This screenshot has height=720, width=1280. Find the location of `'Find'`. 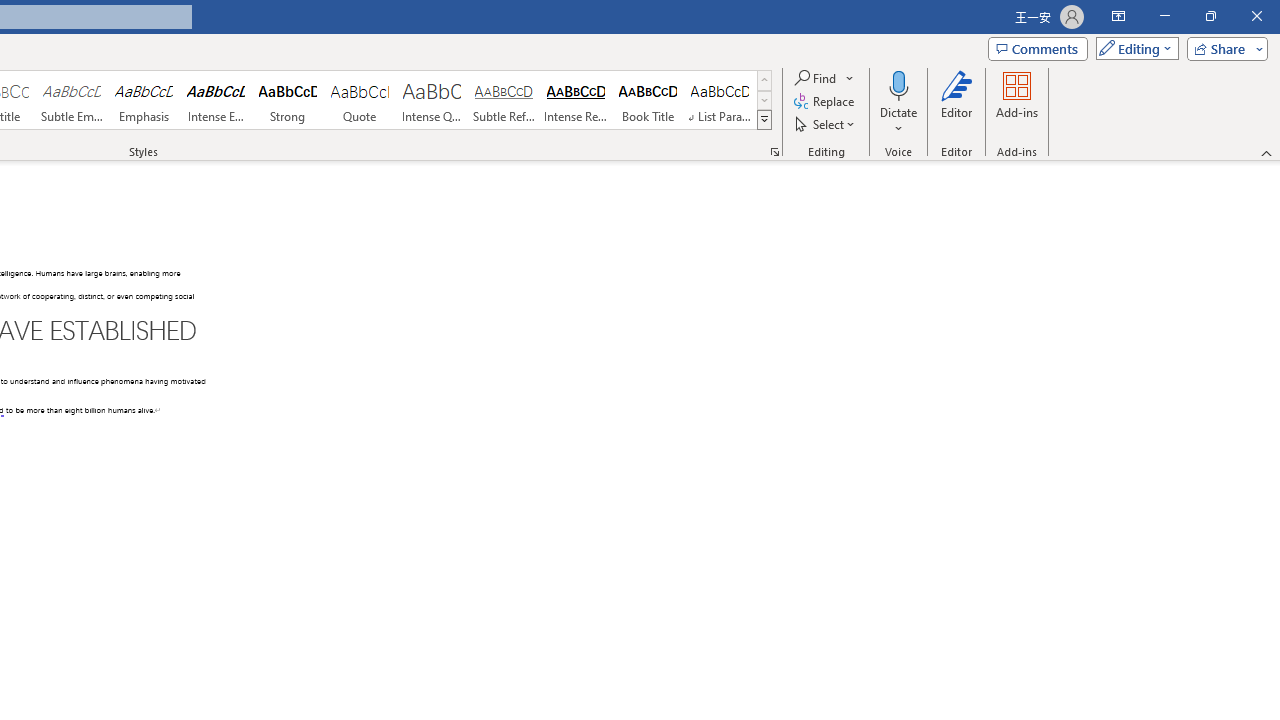

'Find' is located at coordinates (817, 77).